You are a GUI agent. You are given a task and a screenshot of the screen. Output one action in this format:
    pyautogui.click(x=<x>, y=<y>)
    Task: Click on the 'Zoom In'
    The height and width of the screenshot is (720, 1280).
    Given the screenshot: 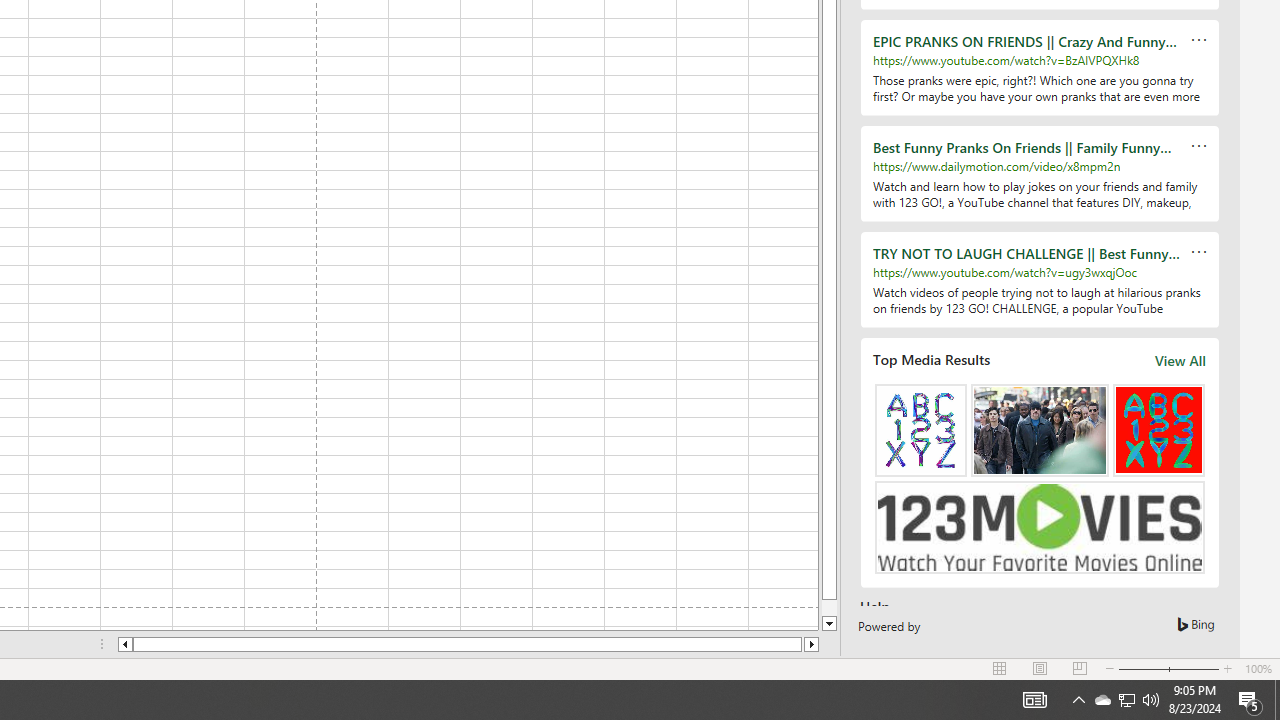 What is the action you would take?
    pyautogui.click(x=1226, y=669)
    